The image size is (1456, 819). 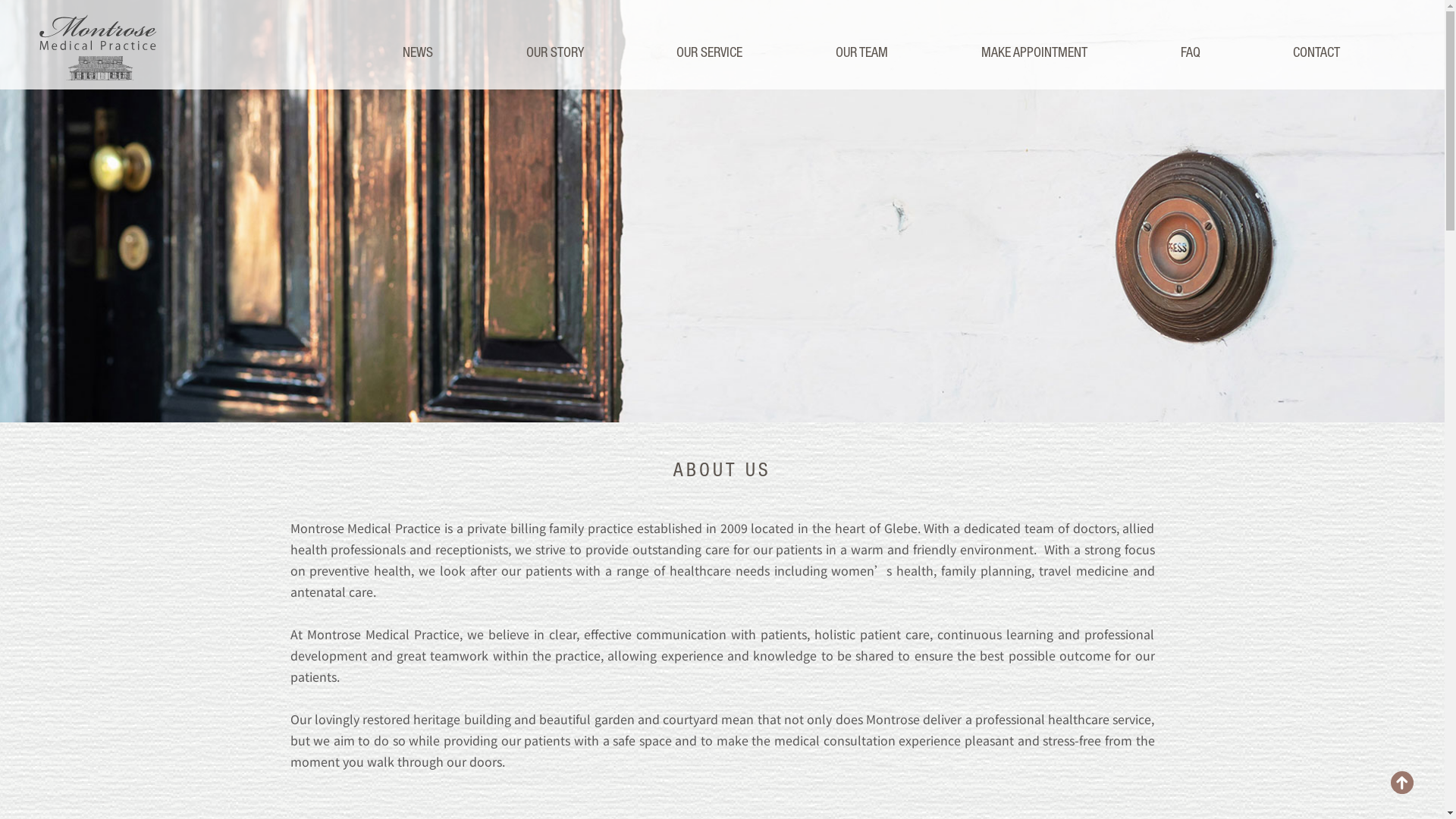 What do you see at coordinates (1189, 52) in the screenshot?
I see `'FAQ'` at bounding box center [1189, 52].